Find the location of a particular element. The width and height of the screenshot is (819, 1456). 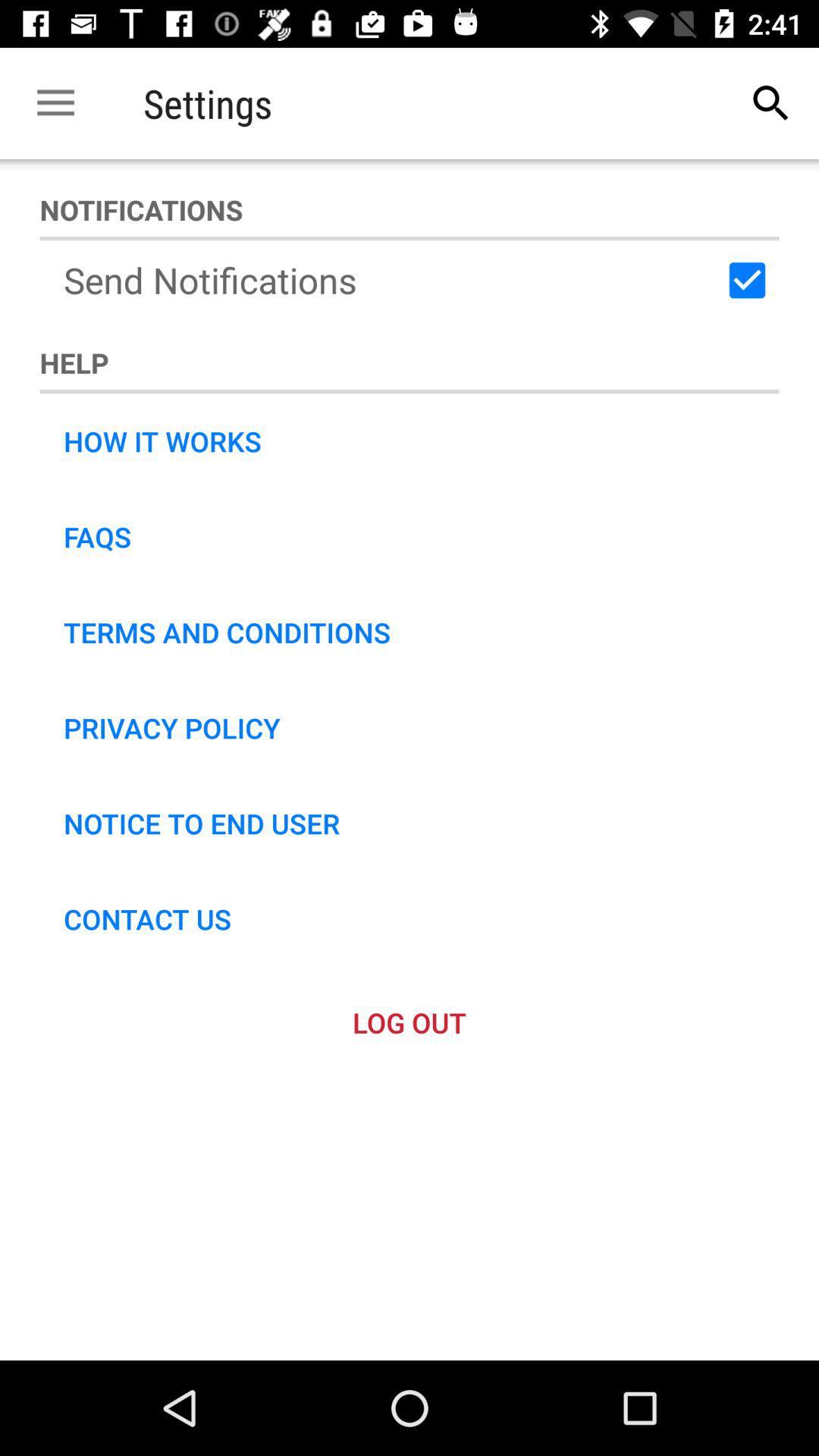

the faqs item is located at coordinates (97, 537).